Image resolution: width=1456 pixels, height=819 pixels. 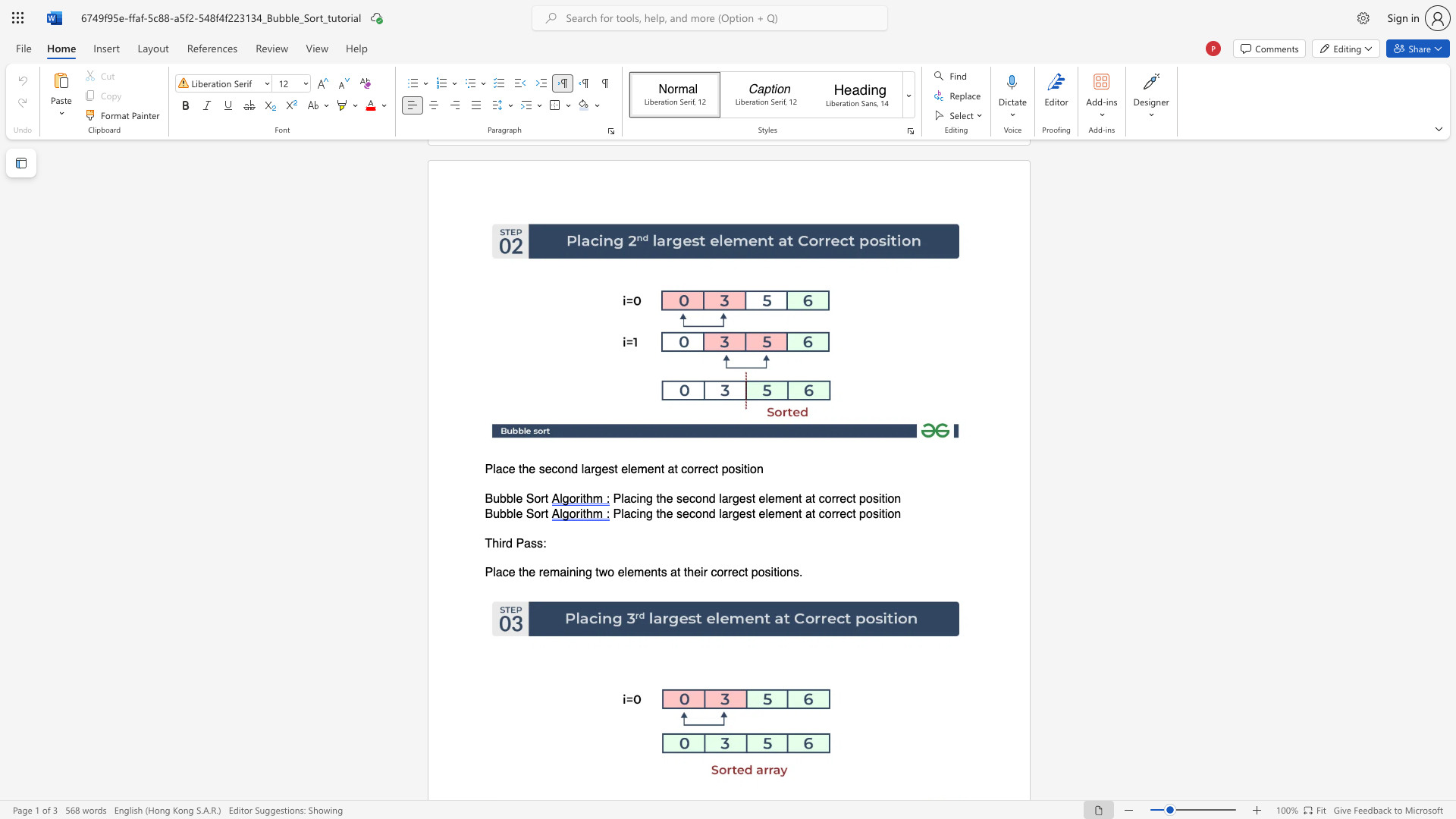 I want to click on the 3th character "c" in the text, so click(x=821, y=499).